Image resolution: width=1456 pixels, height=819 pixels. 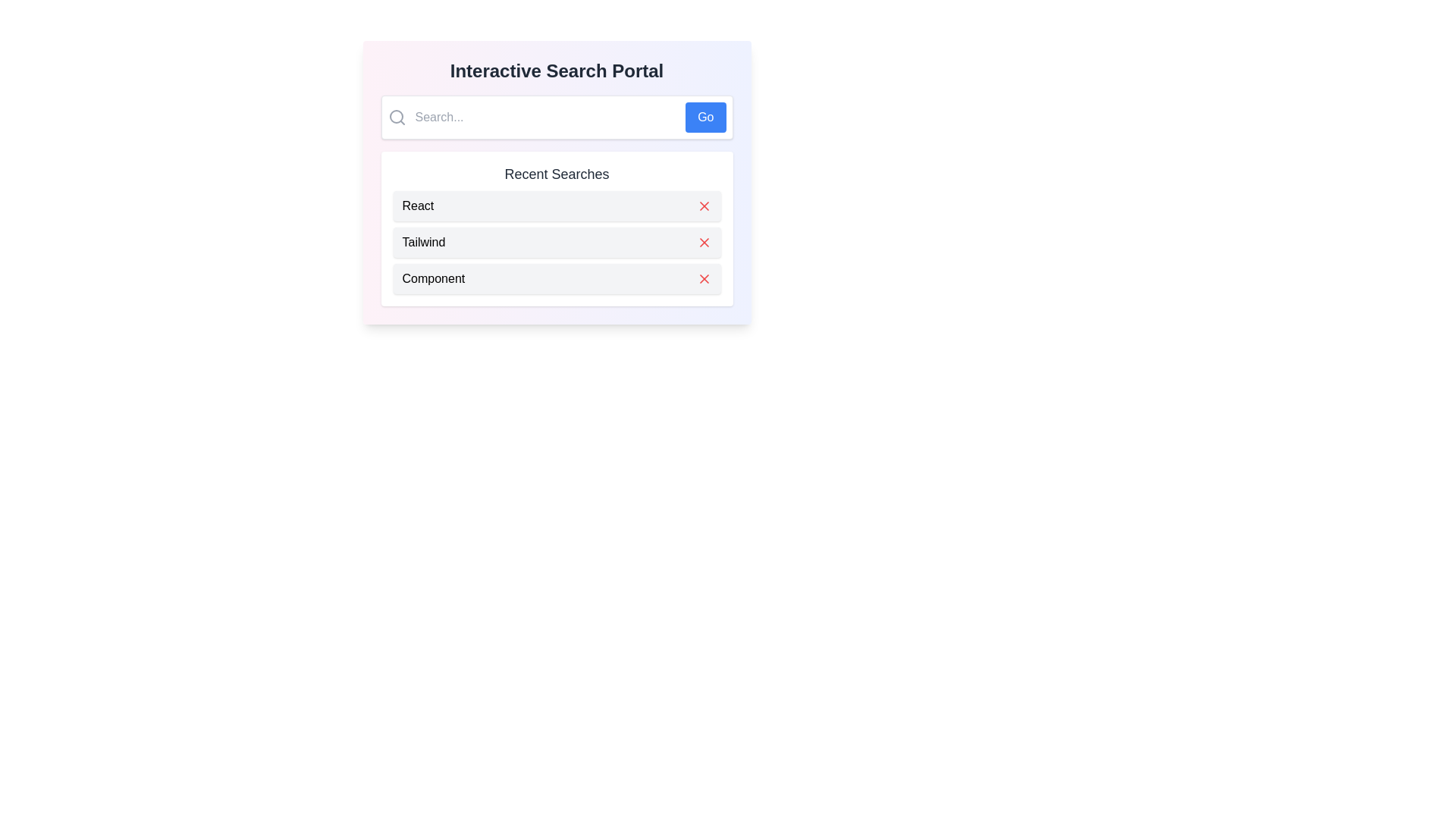 What do you see at coordinates (418, 206) in the screenshot?
I see `the text label displaying 'React' in black font` at bounding box center [418, 206].